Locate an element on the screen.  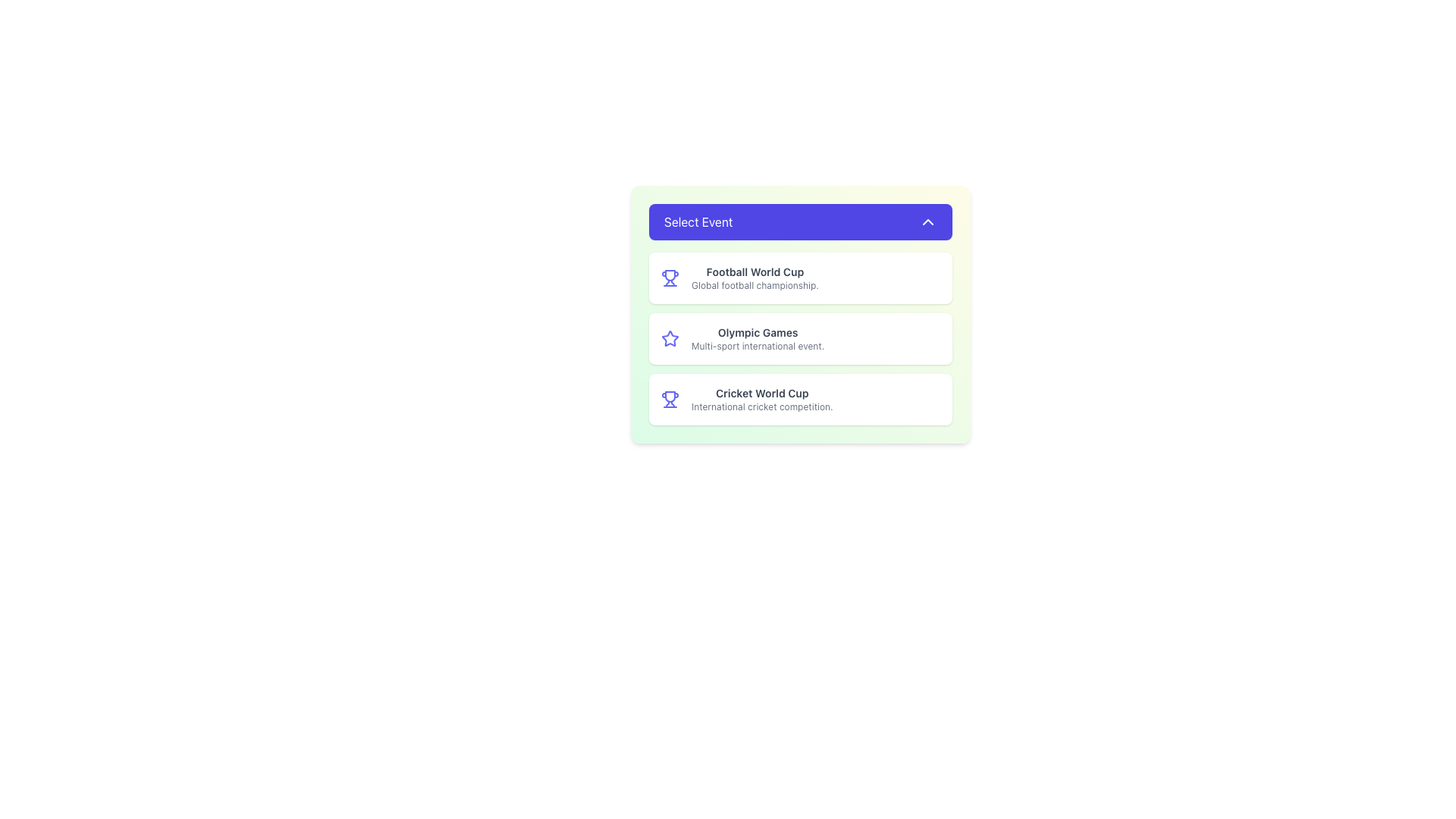
to select the 'Olympic Games' option in the list, which is the second item in a vertical list of selectable events is located at coordinates (800, 338).